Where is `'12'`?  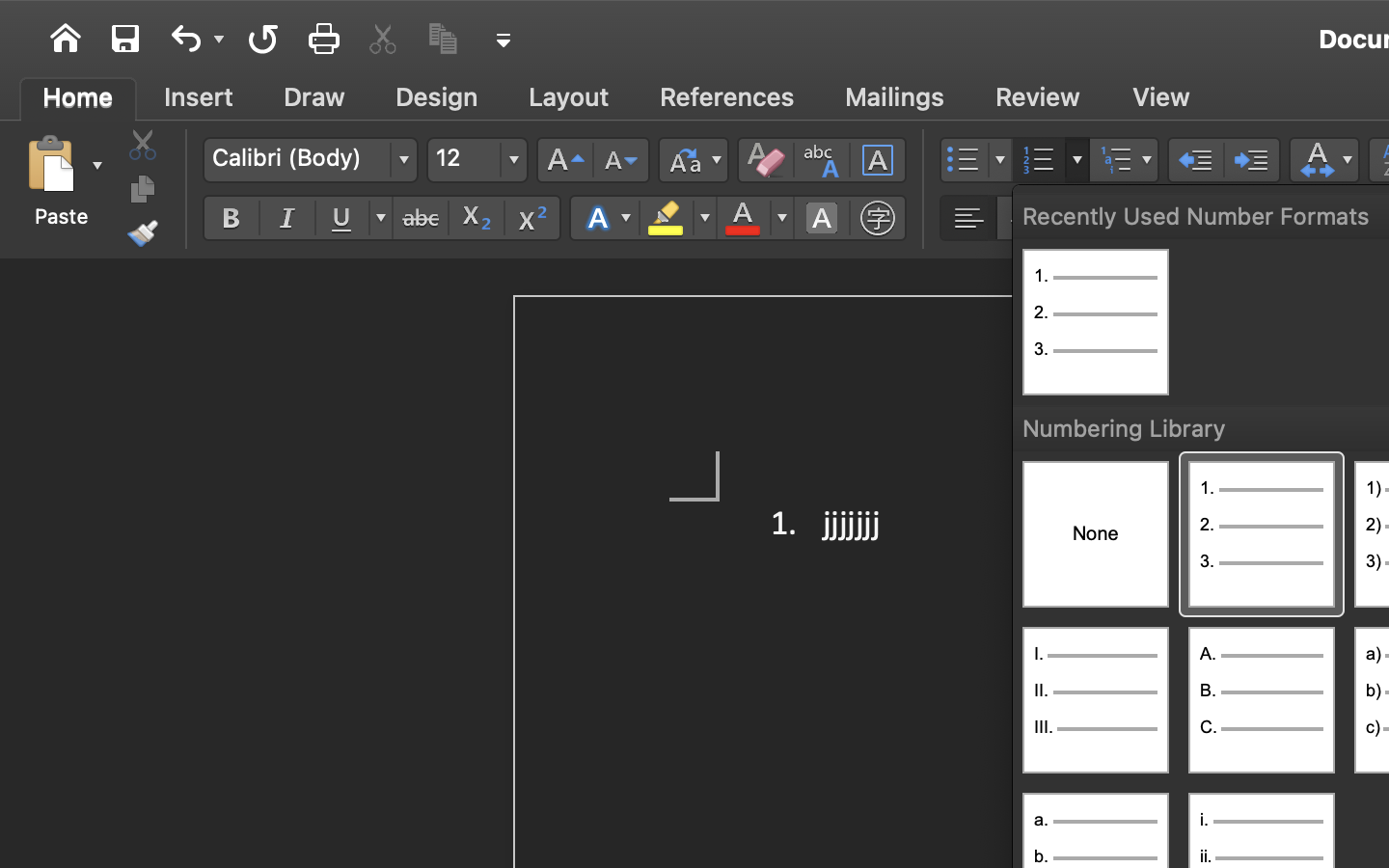
'12' is located at coordinates (477, 159).